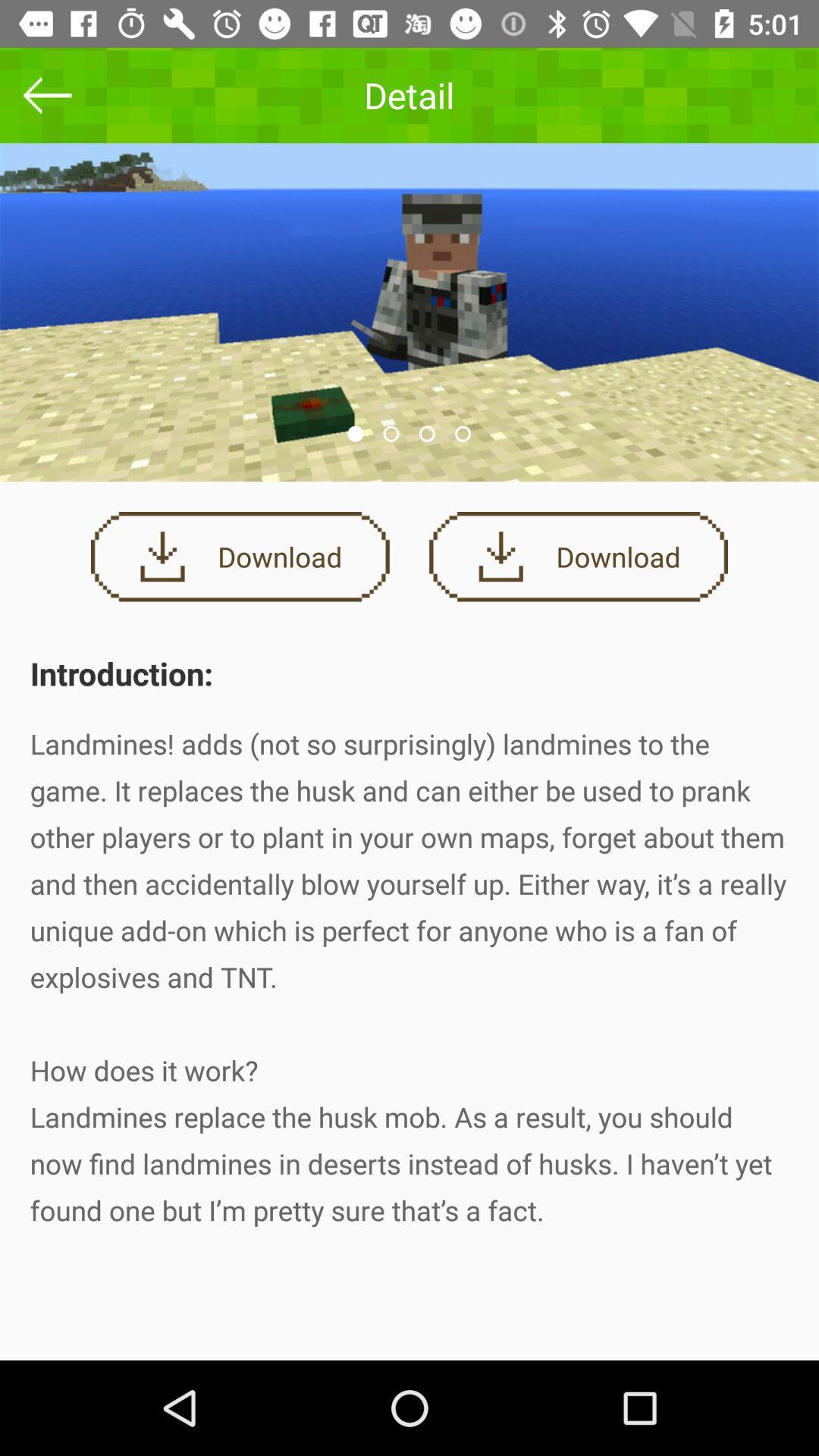 This screenshot has height=1456, width=819. What do you see at coordinates (46, 94) in the screenshot?
I see `previous page` at bounding box center [46, 94].